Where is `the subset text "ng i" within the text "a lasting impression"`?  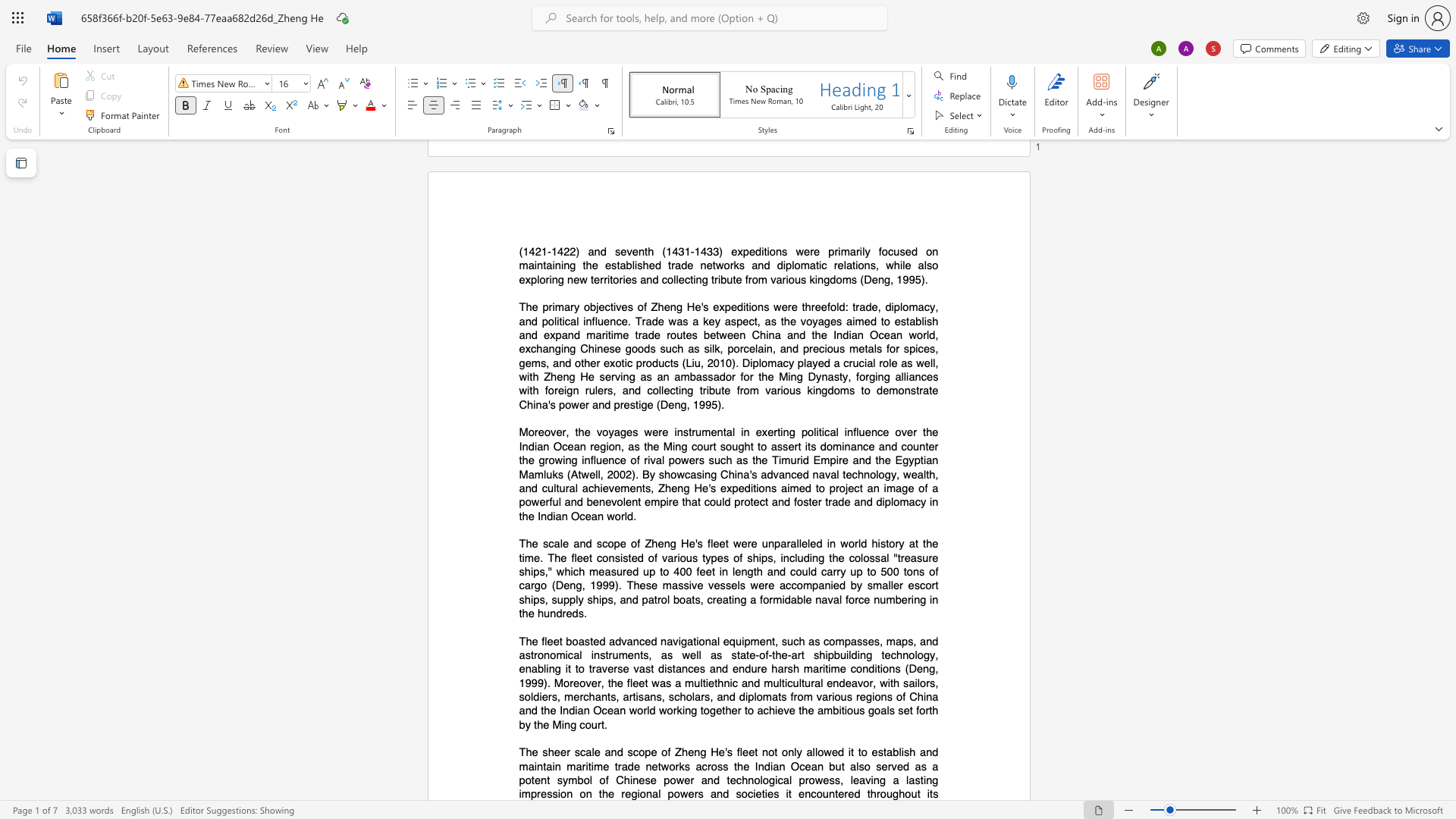 the subset text "ng i" within the text "a lasting impression" is located at coordinates (925, 780).